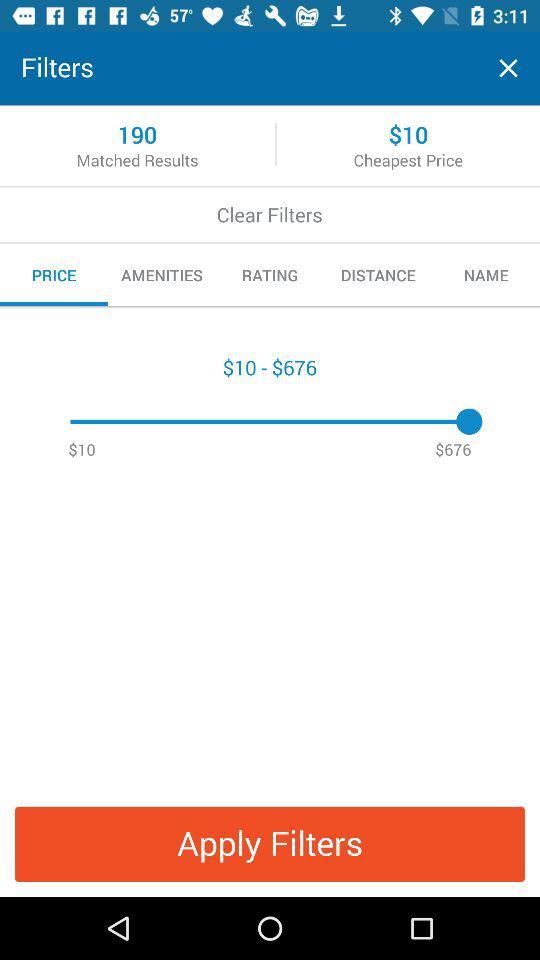 This screenshot has height=960, width=540. What do you see at coordinates (508, 68) in the screenshot?
I see `exit` at bounding box center [508, 68].